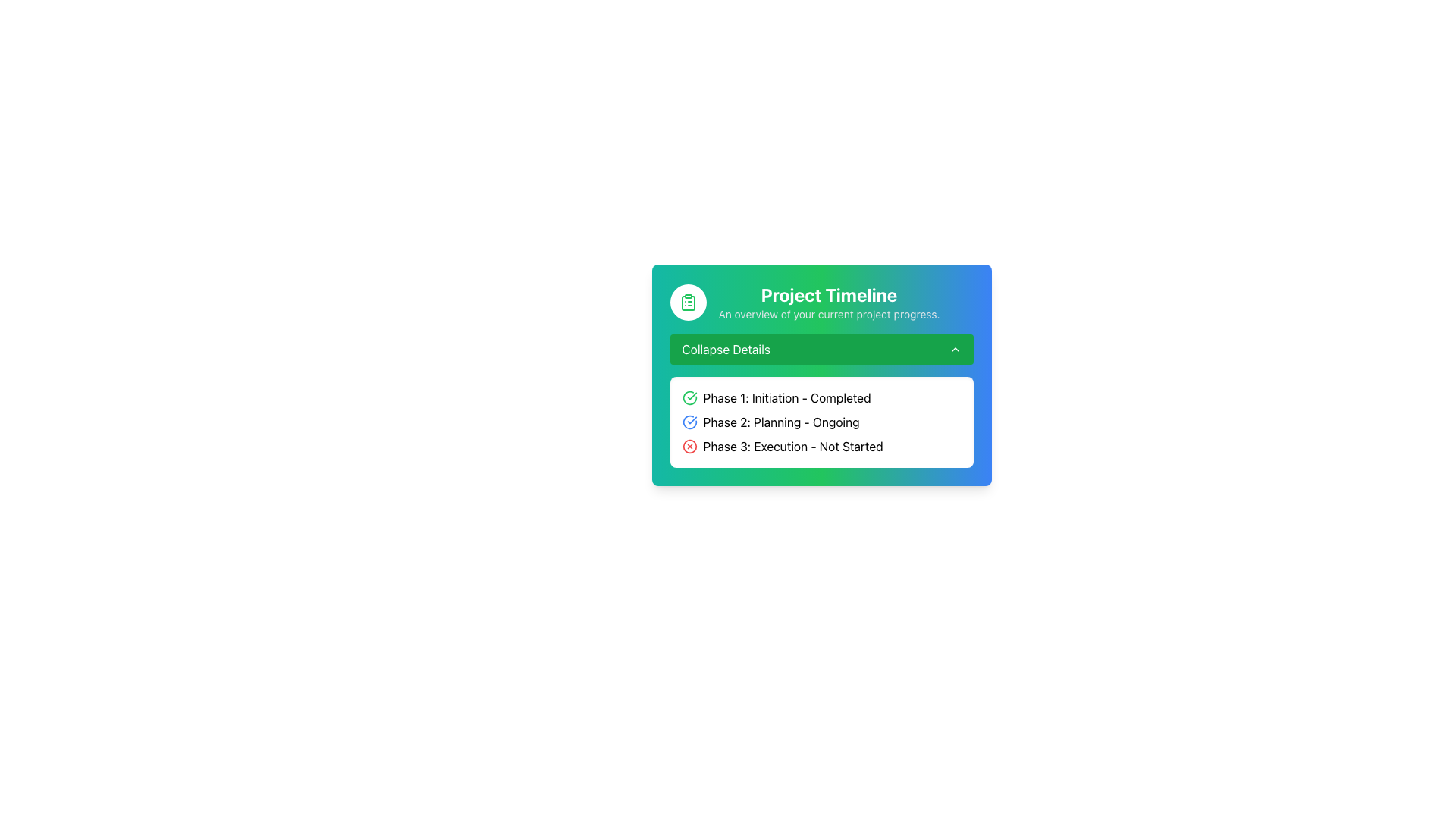 This screenshot has height=819, width=1456. What do you see at coordinates (781, 422) in the screenshot?
I see `the text label that reads 'Phase 2: Planning - Ongoing' which is styled in bold black font and is accompanied by a circular blue icon with a check mark, located in the 'Project Timeline' card` at bounding box center [781, 422].